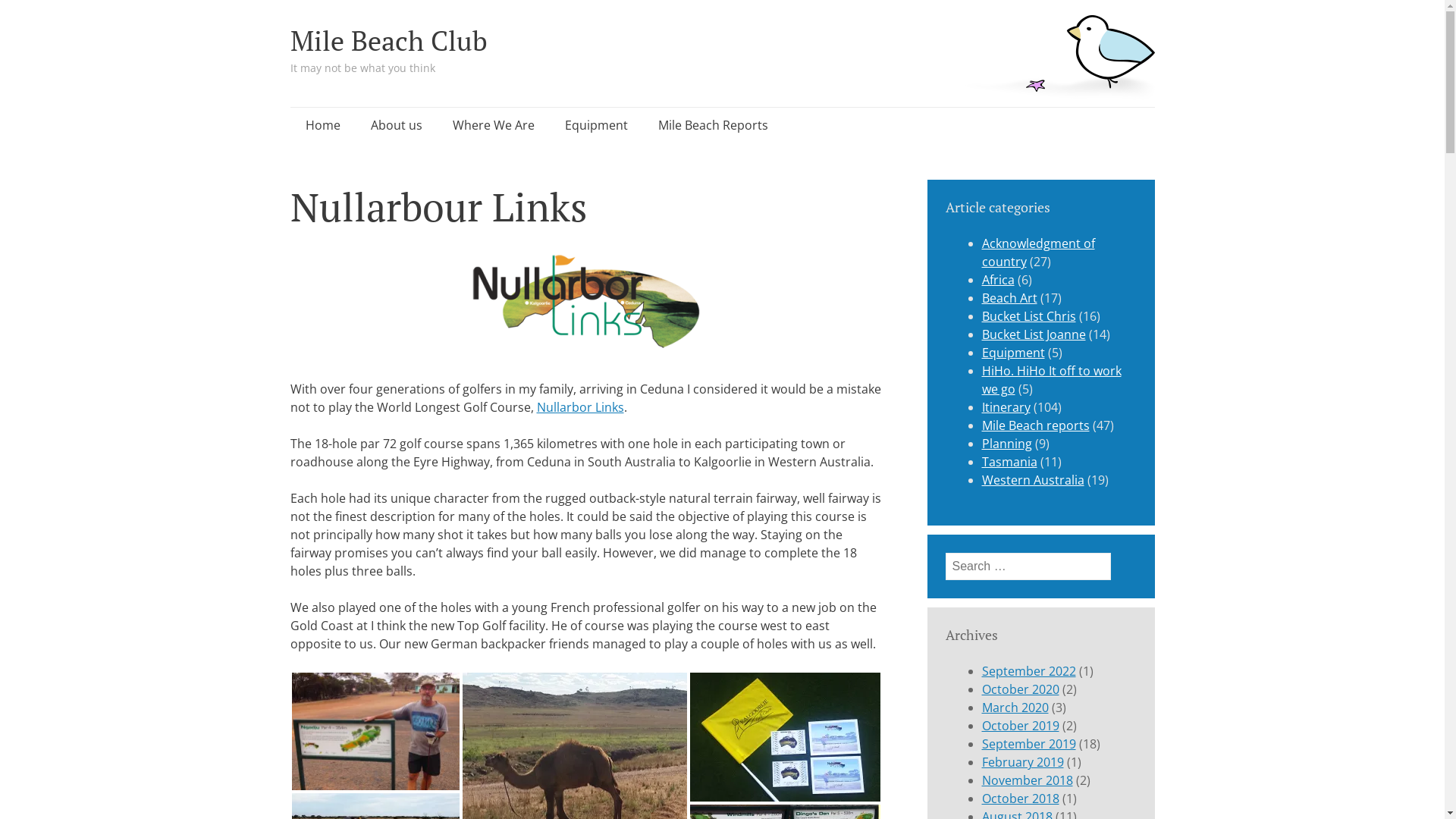 This screenshot has width=1456, height=819. What do you see at coordinates (1034, 425) in the screenshot?
I see `'Mile Beach reports'` at bounding box center [1034, 425].